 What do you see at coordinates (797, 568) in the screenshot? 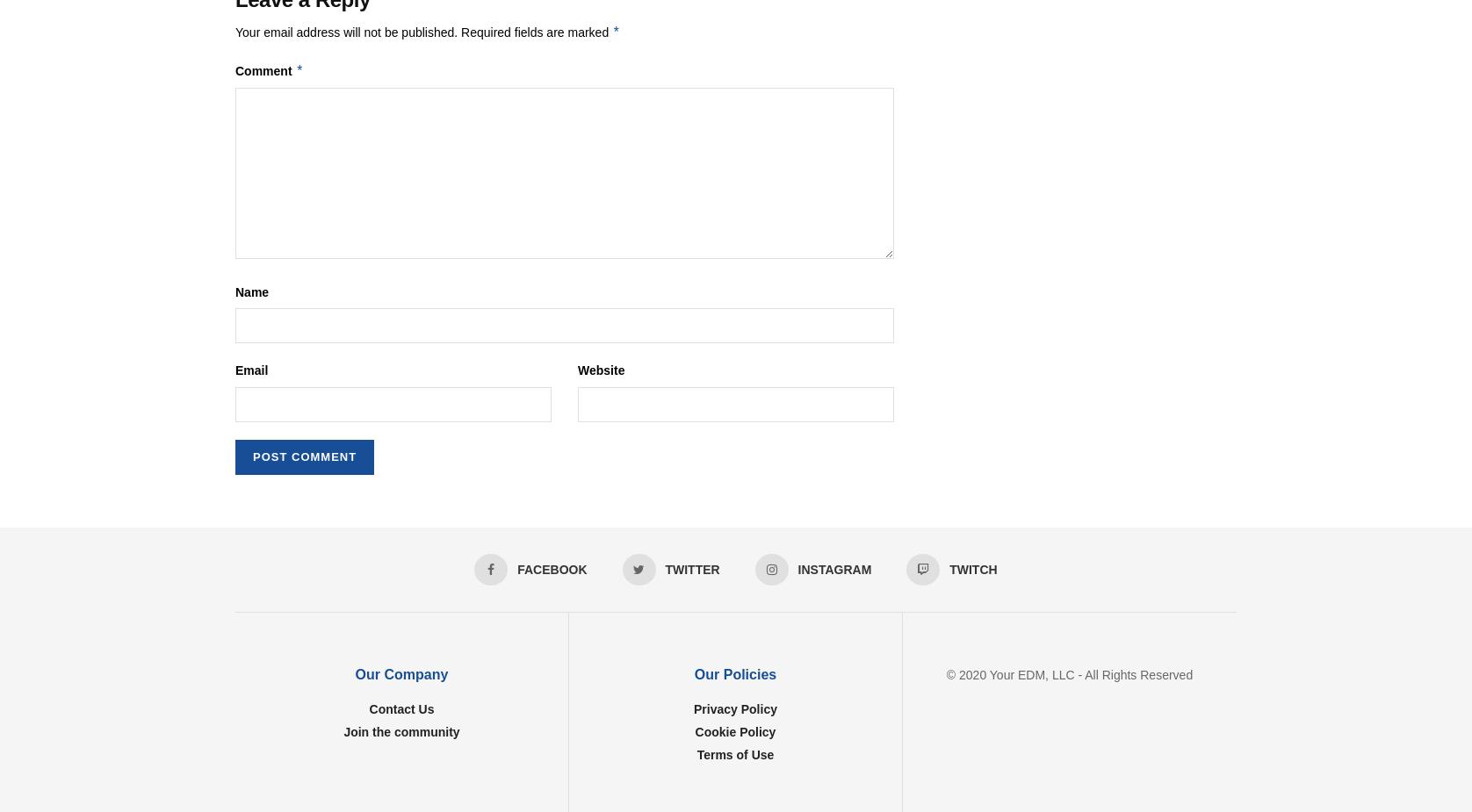
I see `'Instagram'` at bounding box center [797, 568].